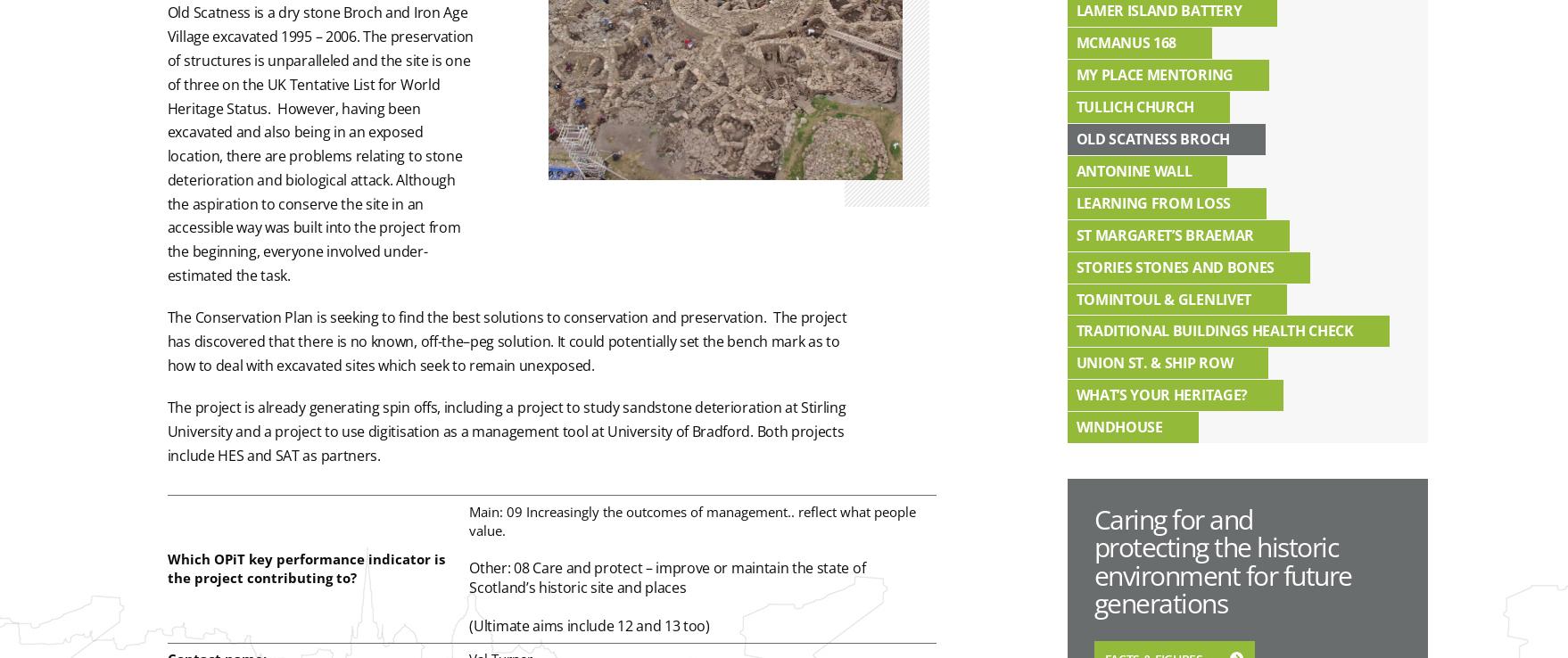  What do you see at coordinates (691, 520) in the screenshot?
I see `'Main: 09 Increasingly the outcomes of management.. reflect what people value.'` at bounding box center [691, 520].